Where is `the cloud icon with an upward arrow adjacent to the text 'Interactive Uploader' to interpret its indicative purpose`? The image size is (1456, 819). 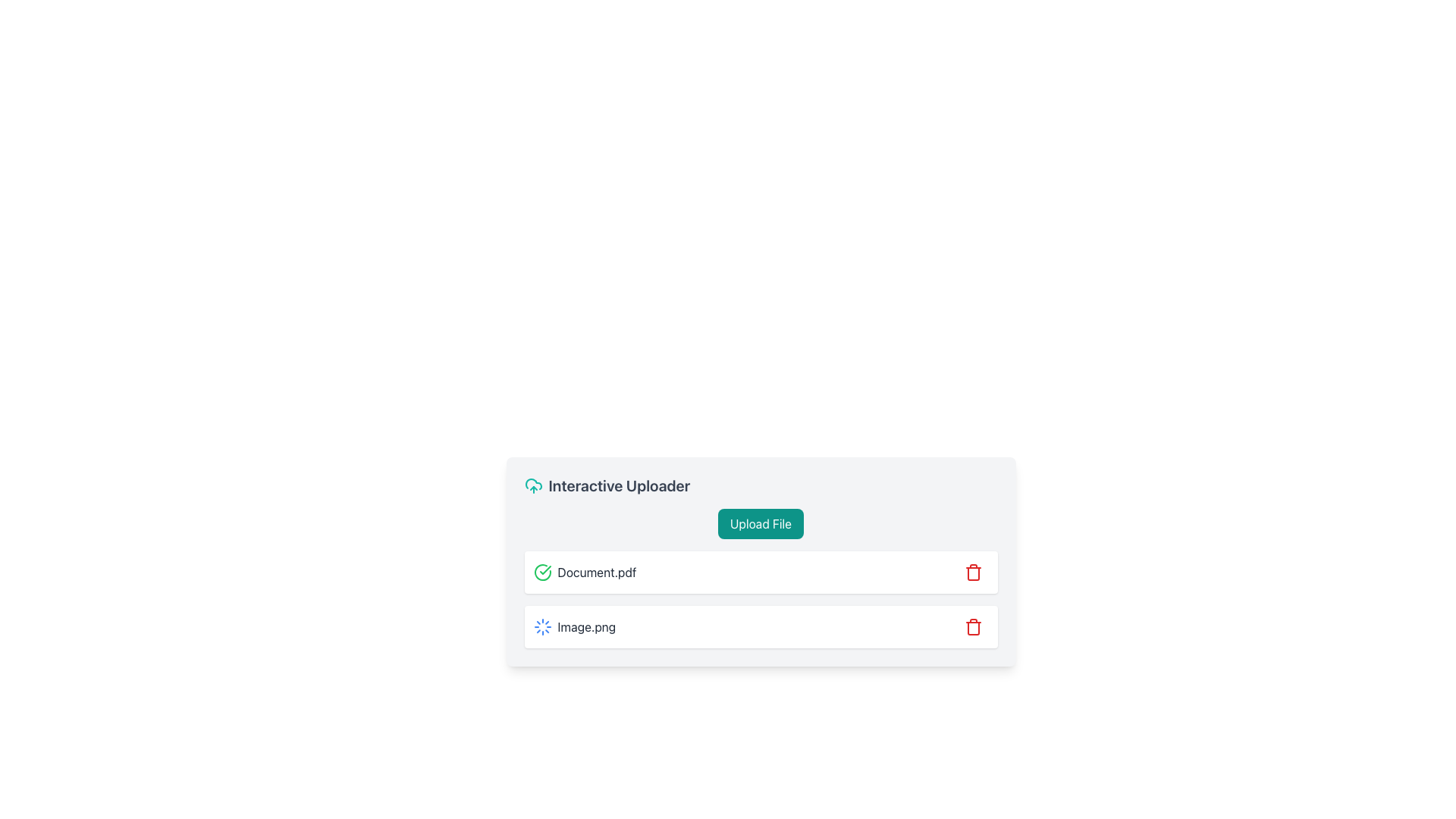 the cloud icon with an upward arrow adjacent to the text 'Interactive Uploader' to interpret its indicative purpose is located at coordinates (533, 485).